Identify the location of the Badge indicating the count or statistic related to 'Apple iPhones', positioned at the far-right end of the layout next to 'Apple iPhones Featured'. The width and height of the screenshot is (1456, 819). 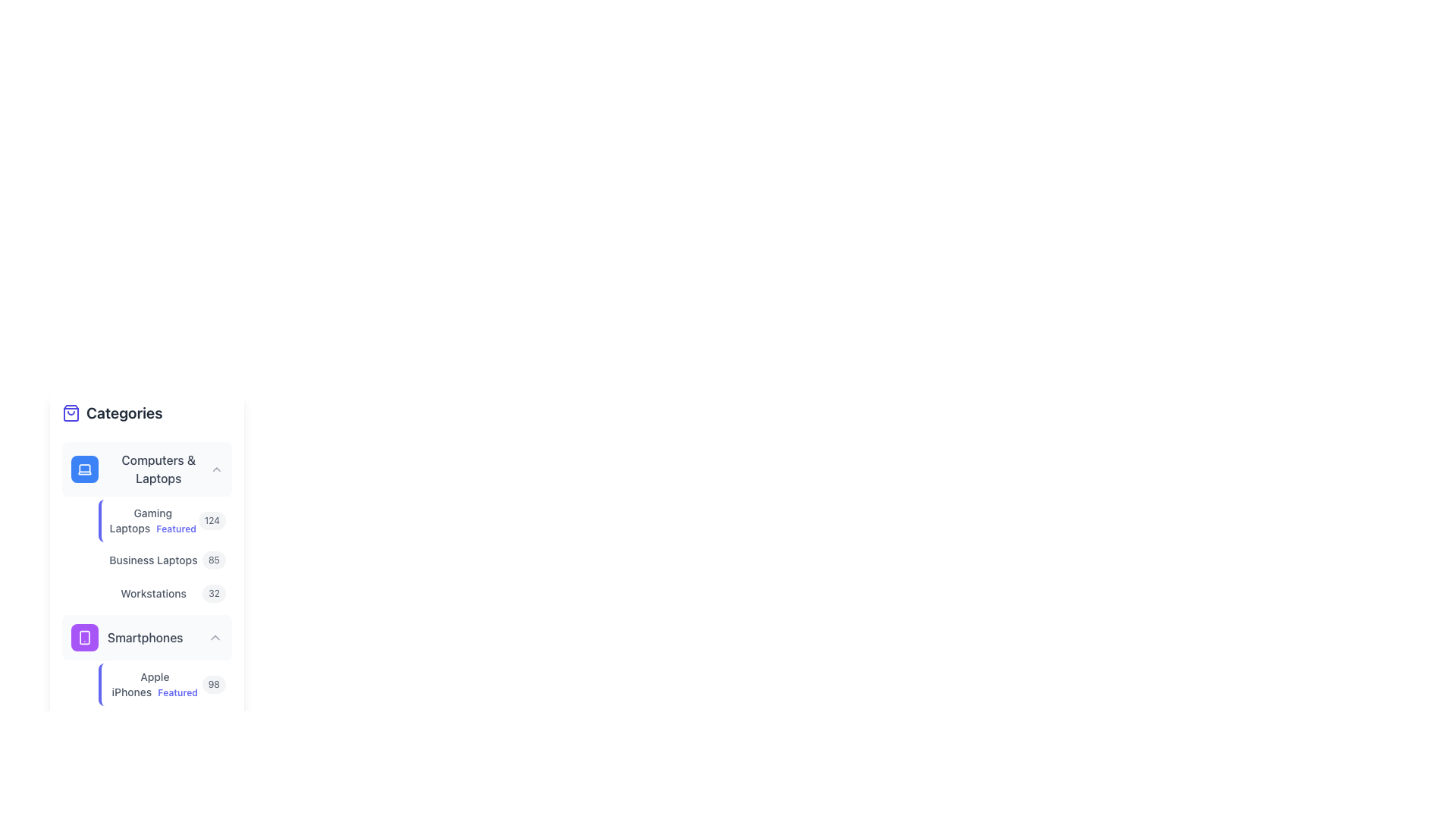
(213, 684).